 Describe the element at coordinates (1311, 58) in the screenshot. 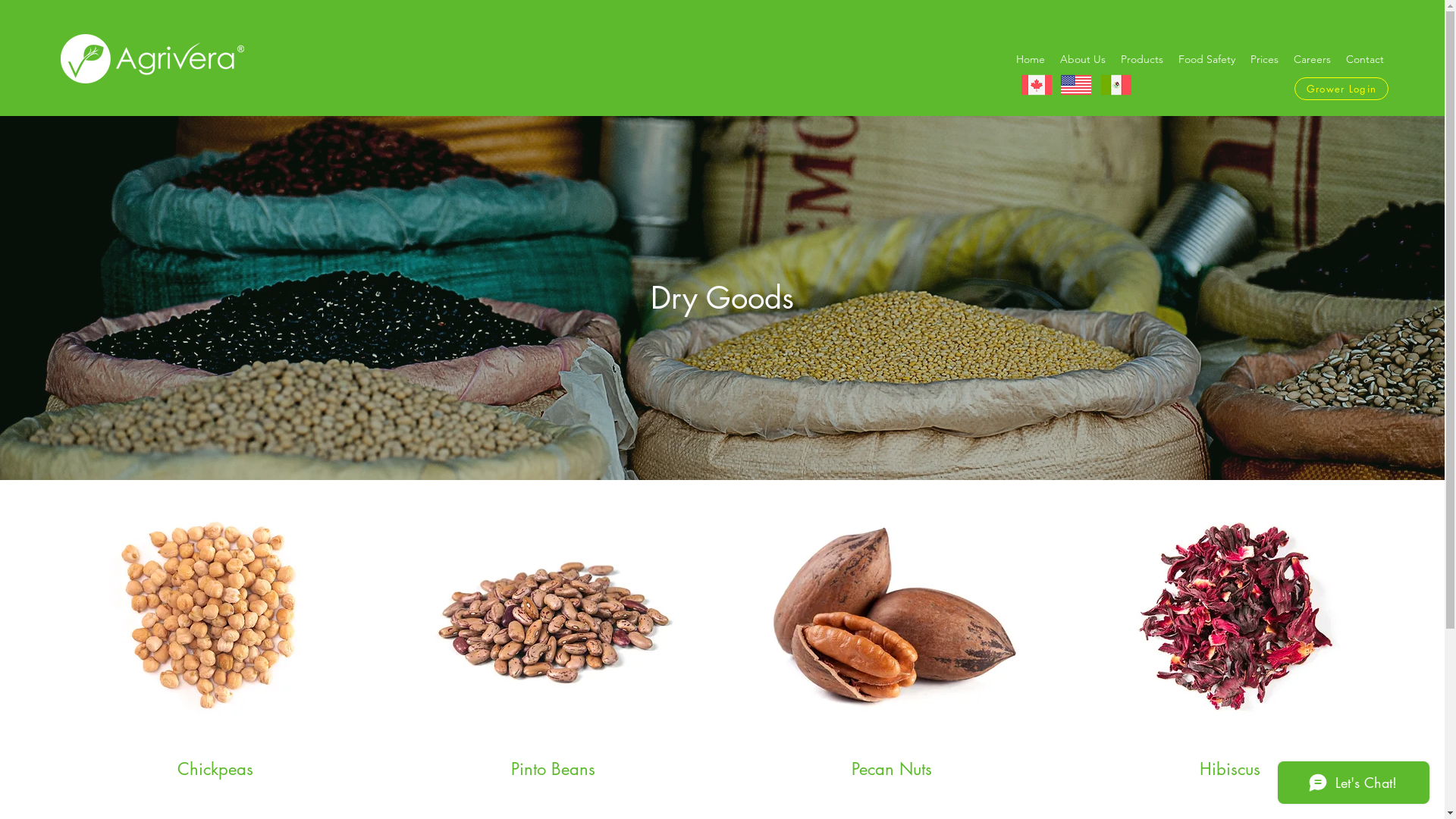

I see `'Careers'` at that location.